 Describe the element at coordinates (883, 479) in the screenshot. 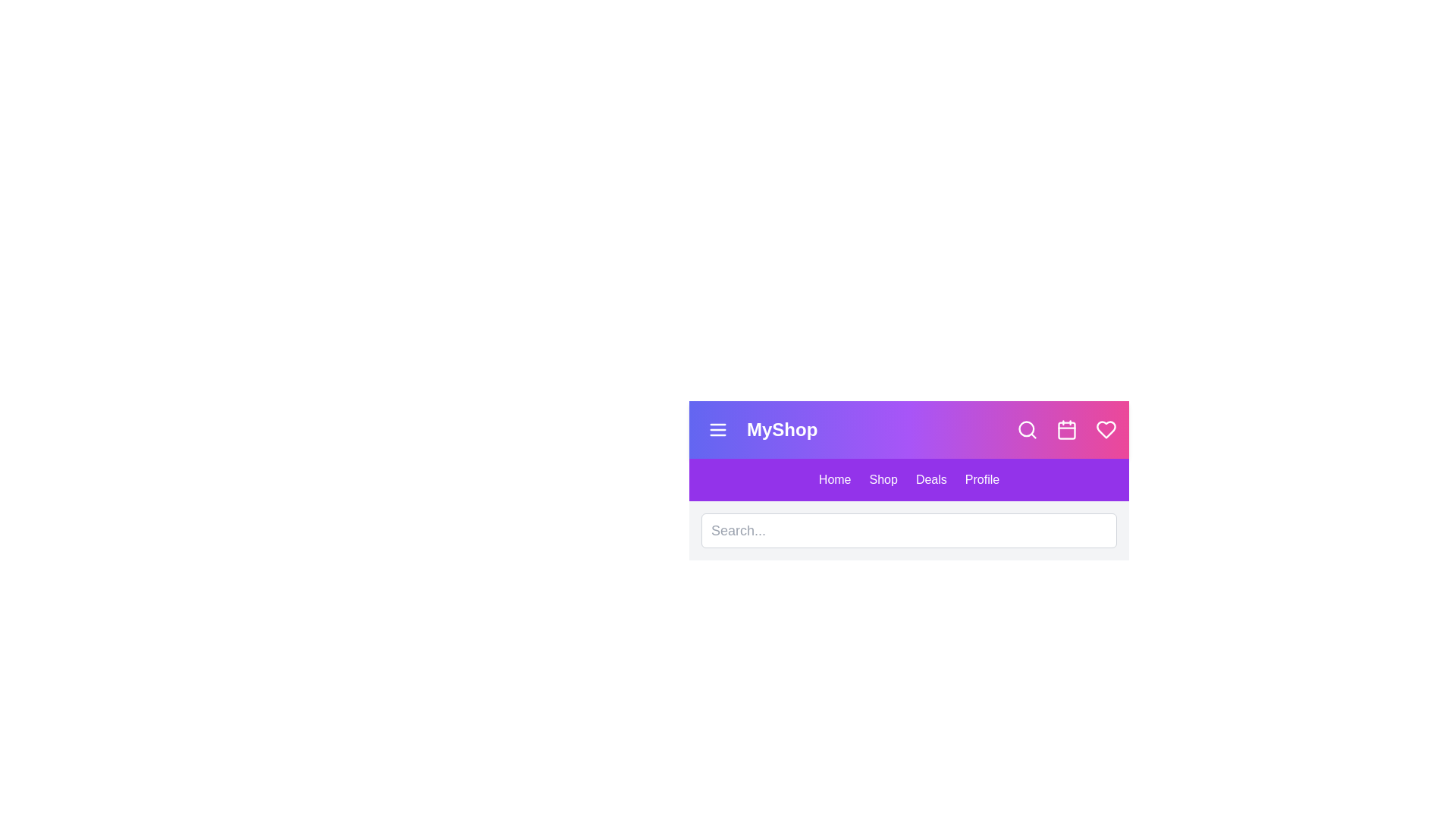

I see `the navigation link labeled Shop to navigate to the corresponding section` at that location.